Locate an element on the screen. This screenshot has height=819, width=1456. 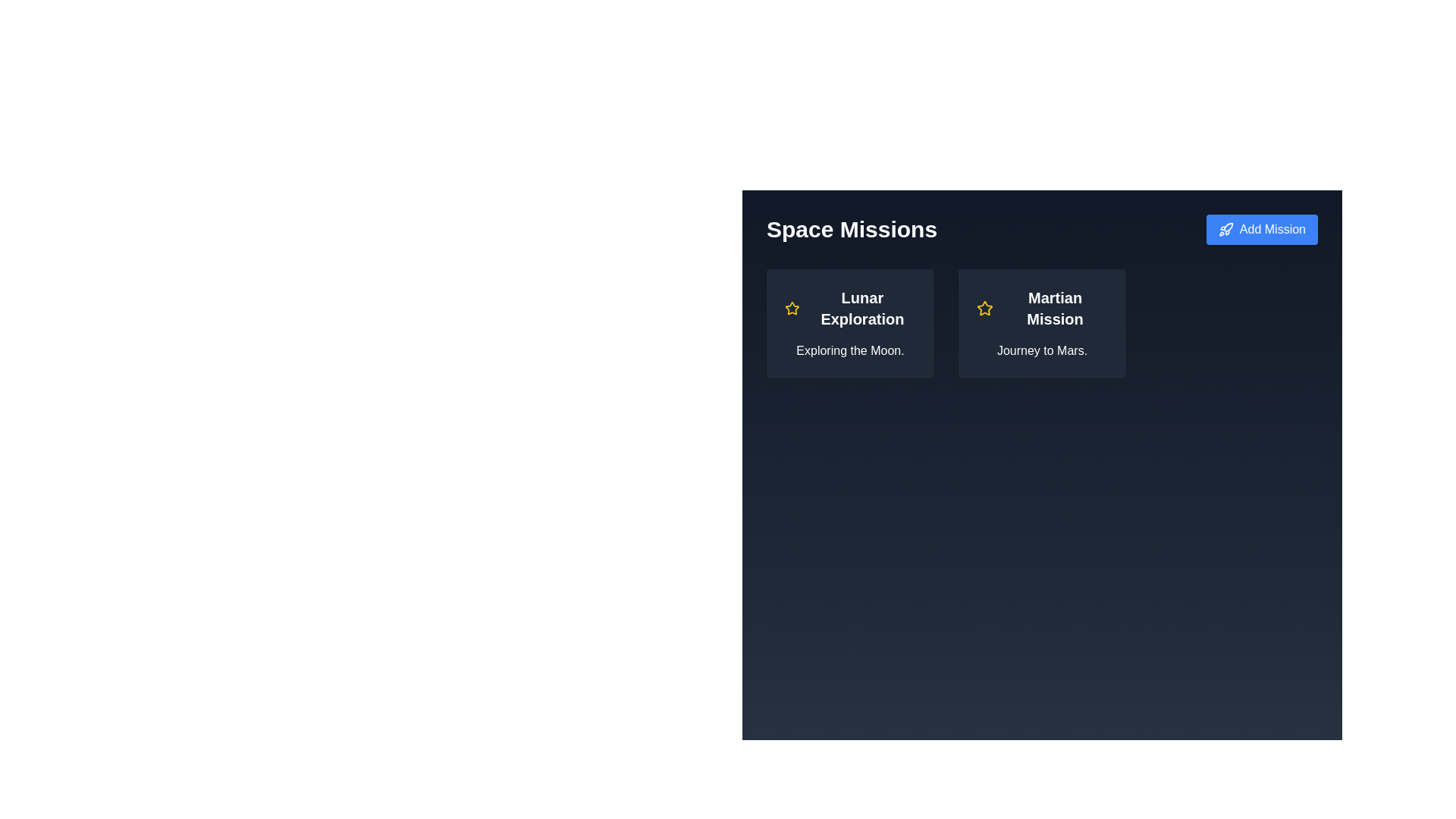
the text element displaying 'Exploring the Moon.' which is located at the bottom of the 'Lunar Exploration' card is located at coordinates (850, 350).